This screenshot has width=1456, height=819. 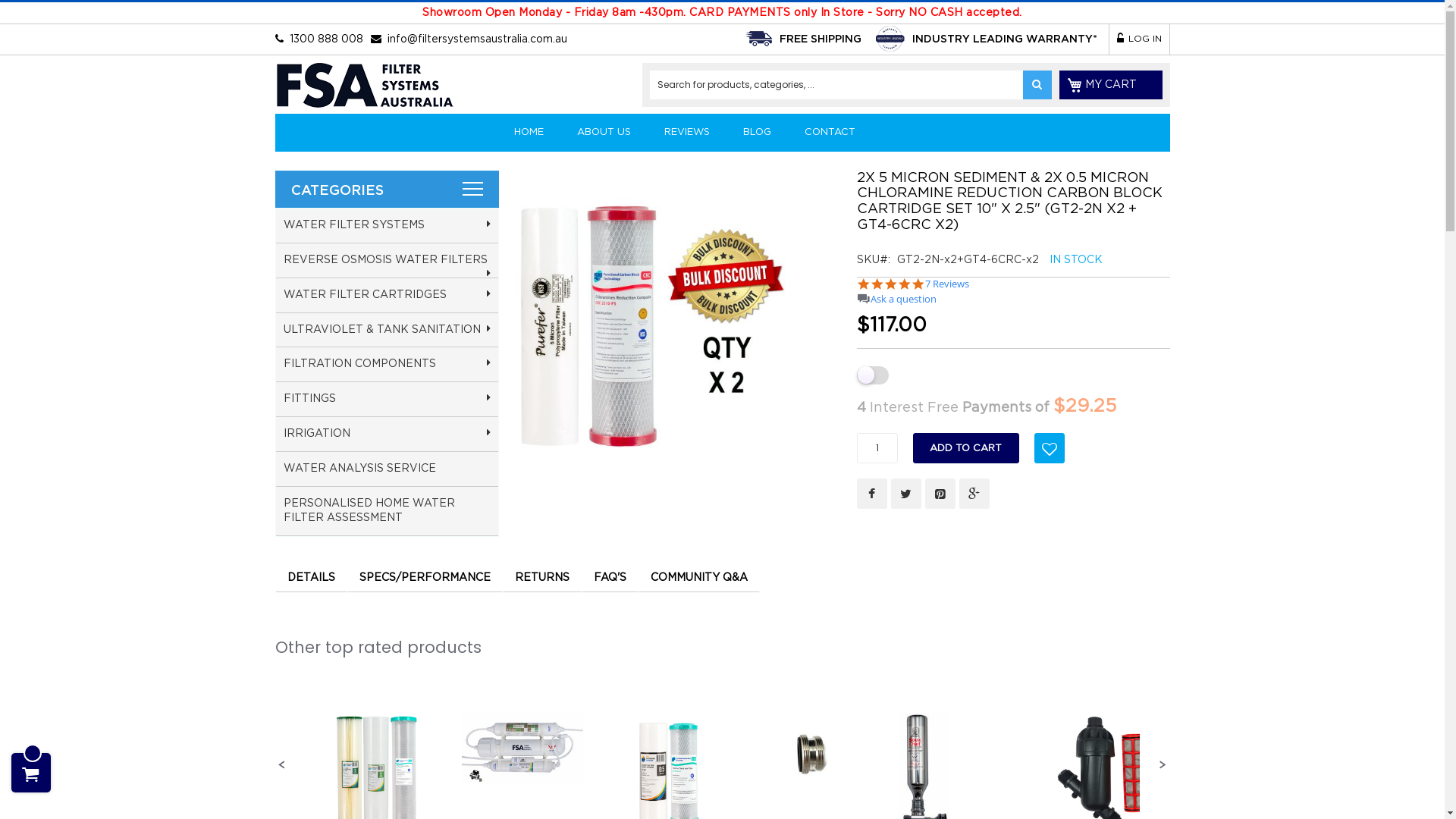 I want to click on 'REVIEWS', so click(x=686, y=131).